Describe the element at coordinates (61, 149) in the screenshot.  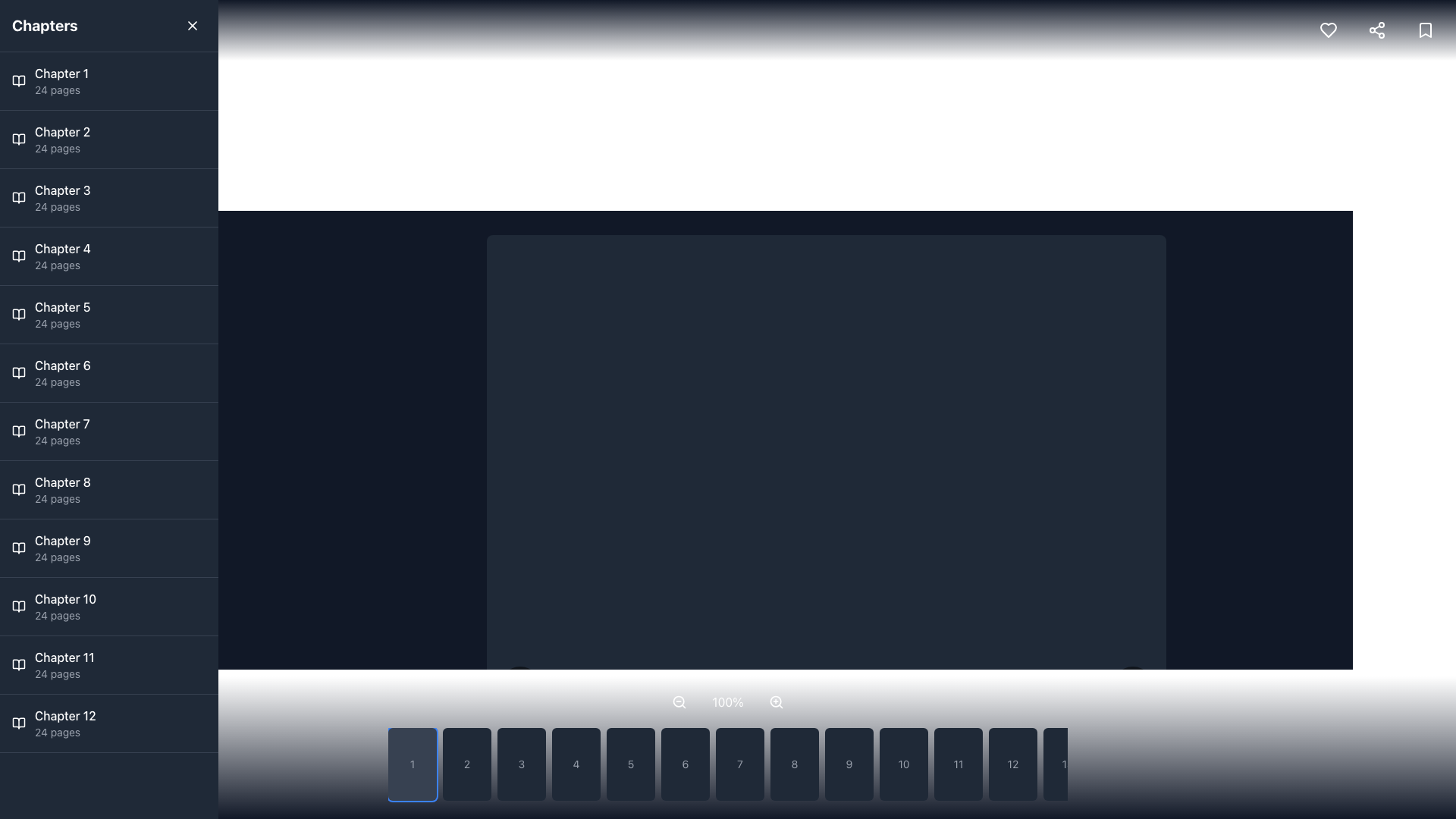
I see `the text label displaying '24 pages' located below 'Chapter 2' to retrieve tooltip information, if available` at that location.